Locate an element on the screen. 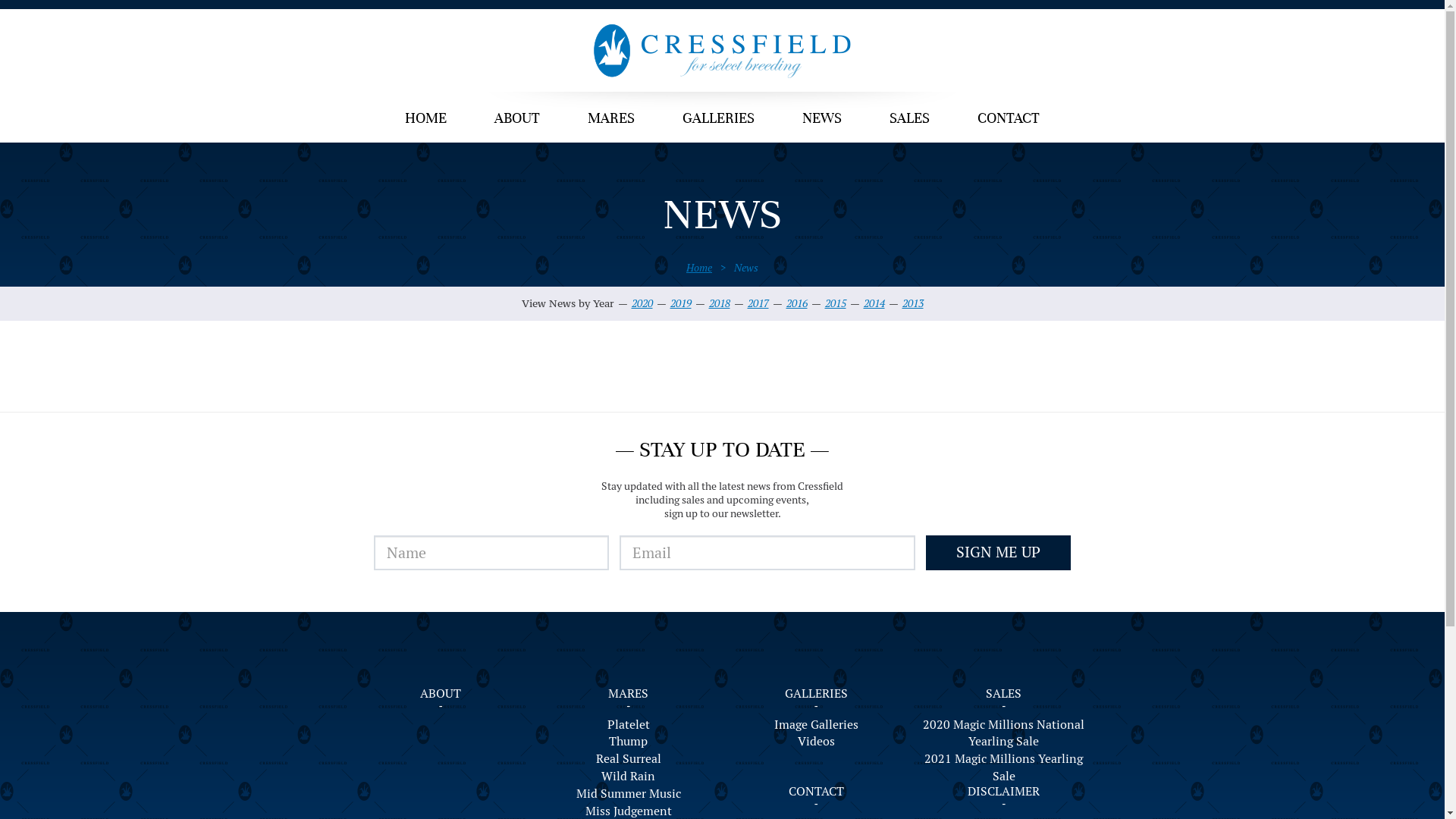 This screenshot has width=1456, height=819. 'GALLERIES' is located at coordinates (815, 693).